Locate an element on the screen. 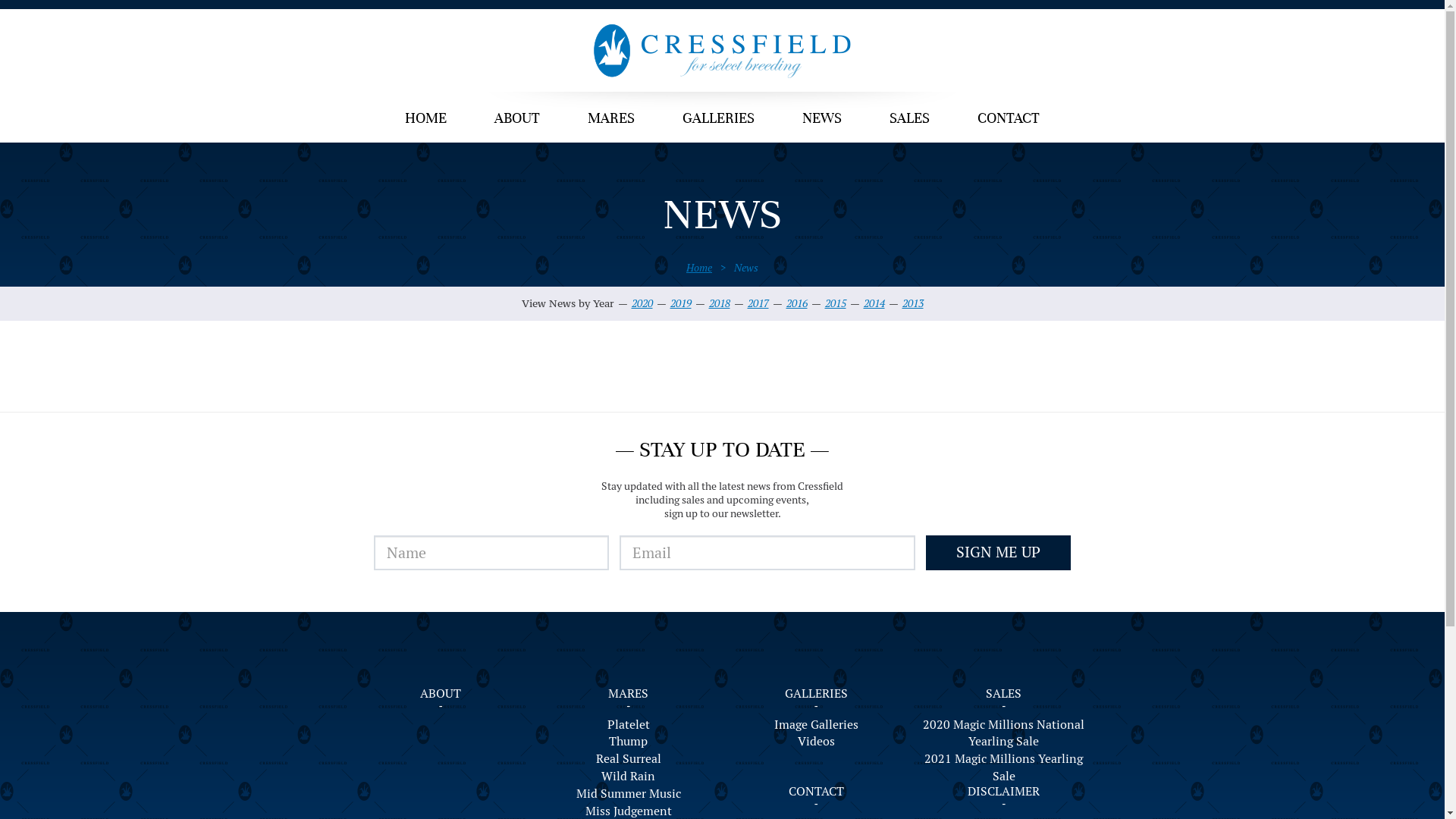 This screenshot has width=1456, height=819. 'GALLERIES' is located at coordinates (815, 693).